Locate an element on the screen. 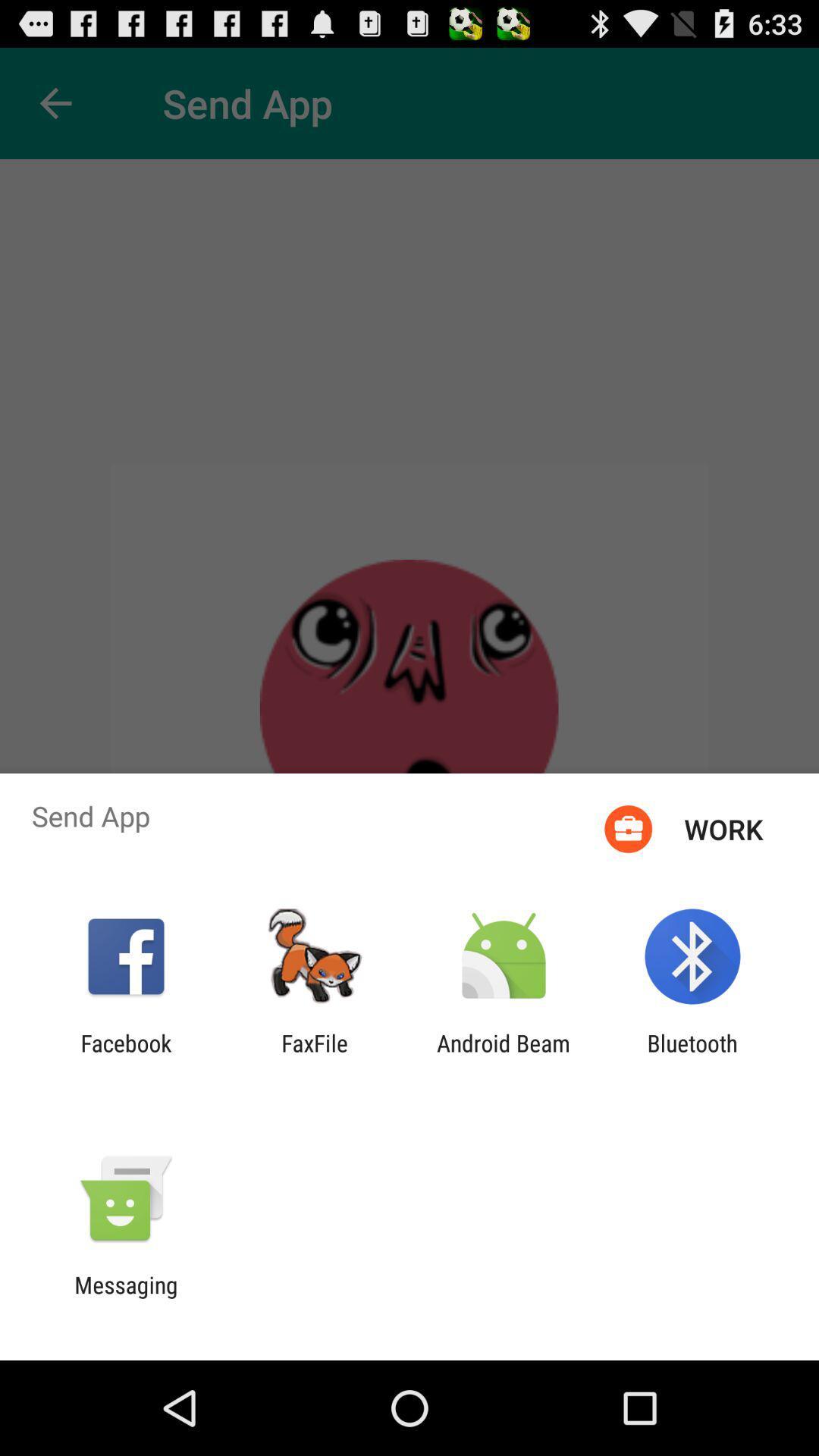 This screenshot has height=1456, width=819. the item next to facebook icon is located at coordinates (314, 1056).